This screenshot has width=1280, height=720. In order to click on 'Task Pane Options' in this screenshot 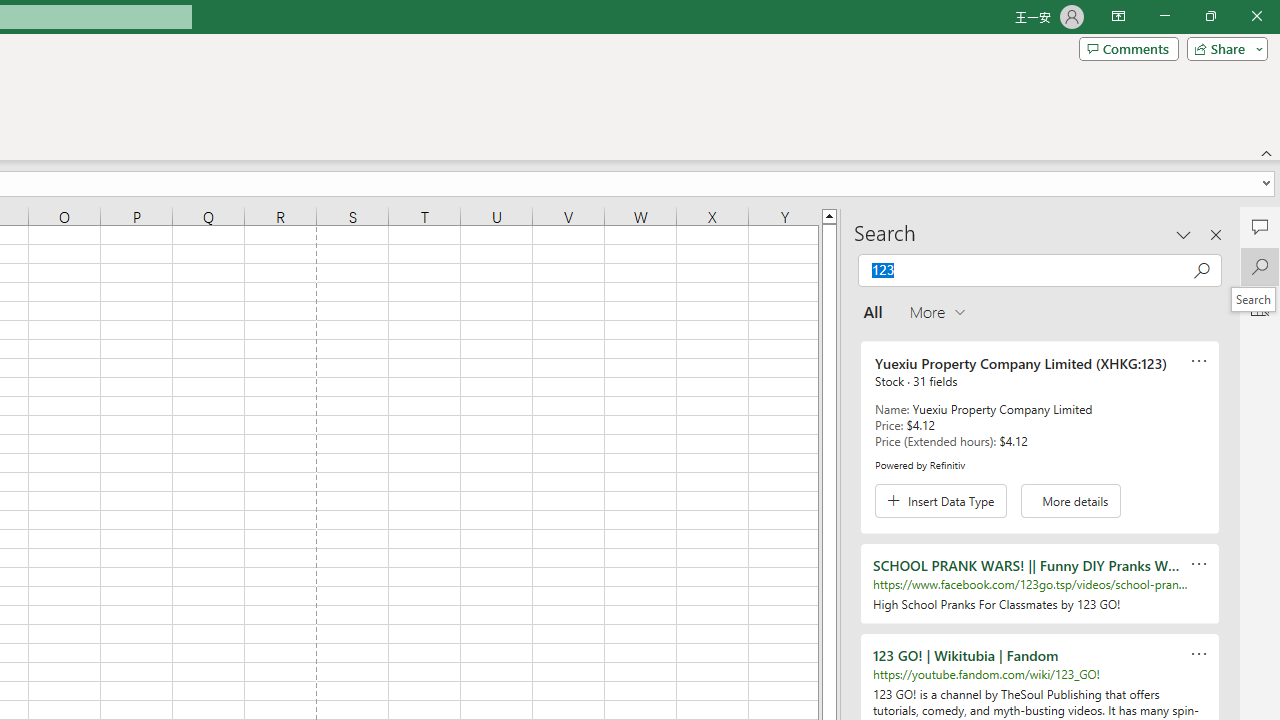, I will do `click(1184, 234)`.